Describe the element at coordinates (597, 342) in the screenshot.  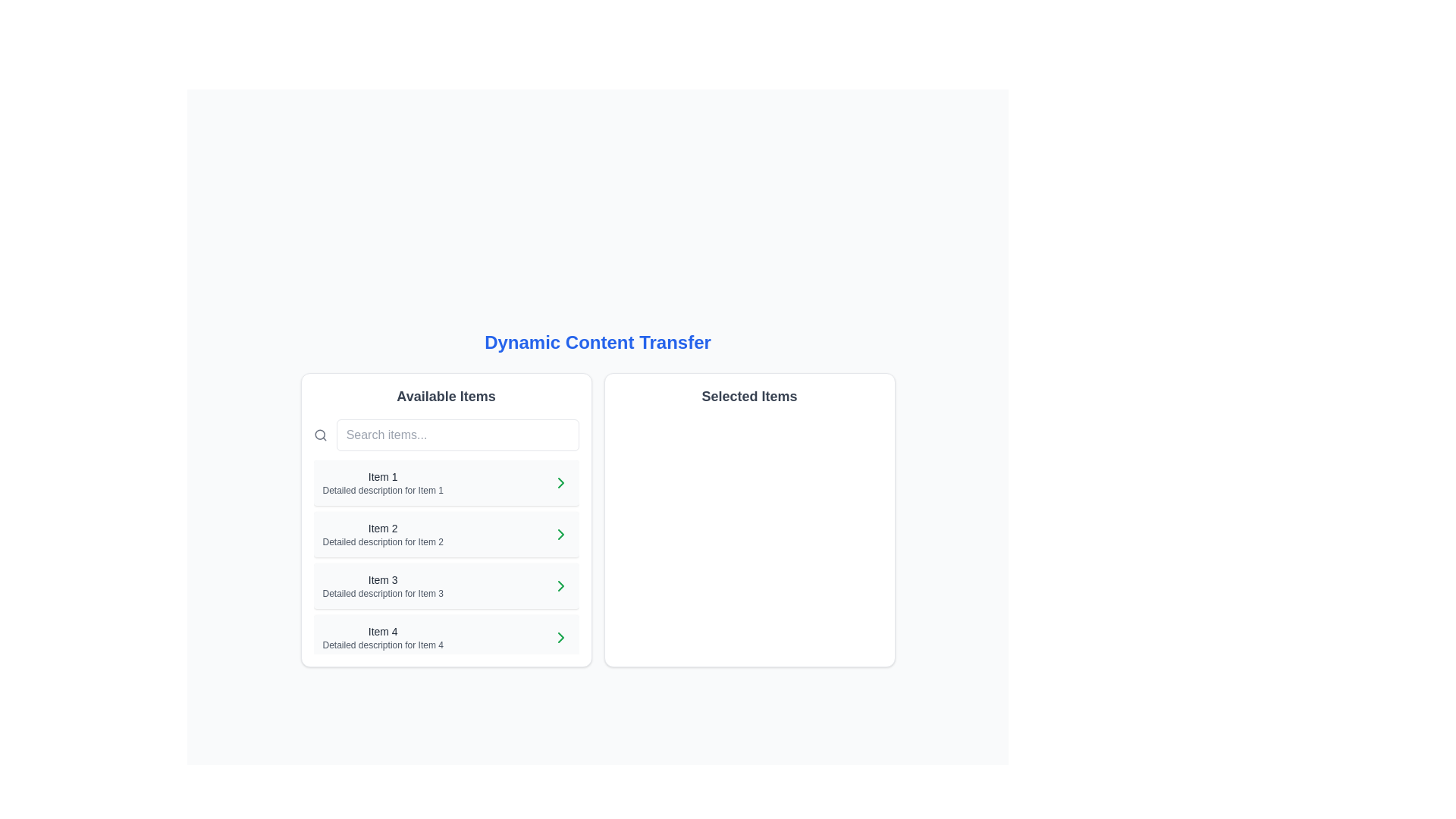
I see `the prominently displayed title 'Dynamic Content Transfer' which is styled with a bold and large blue font at the top of the interface` at that location.